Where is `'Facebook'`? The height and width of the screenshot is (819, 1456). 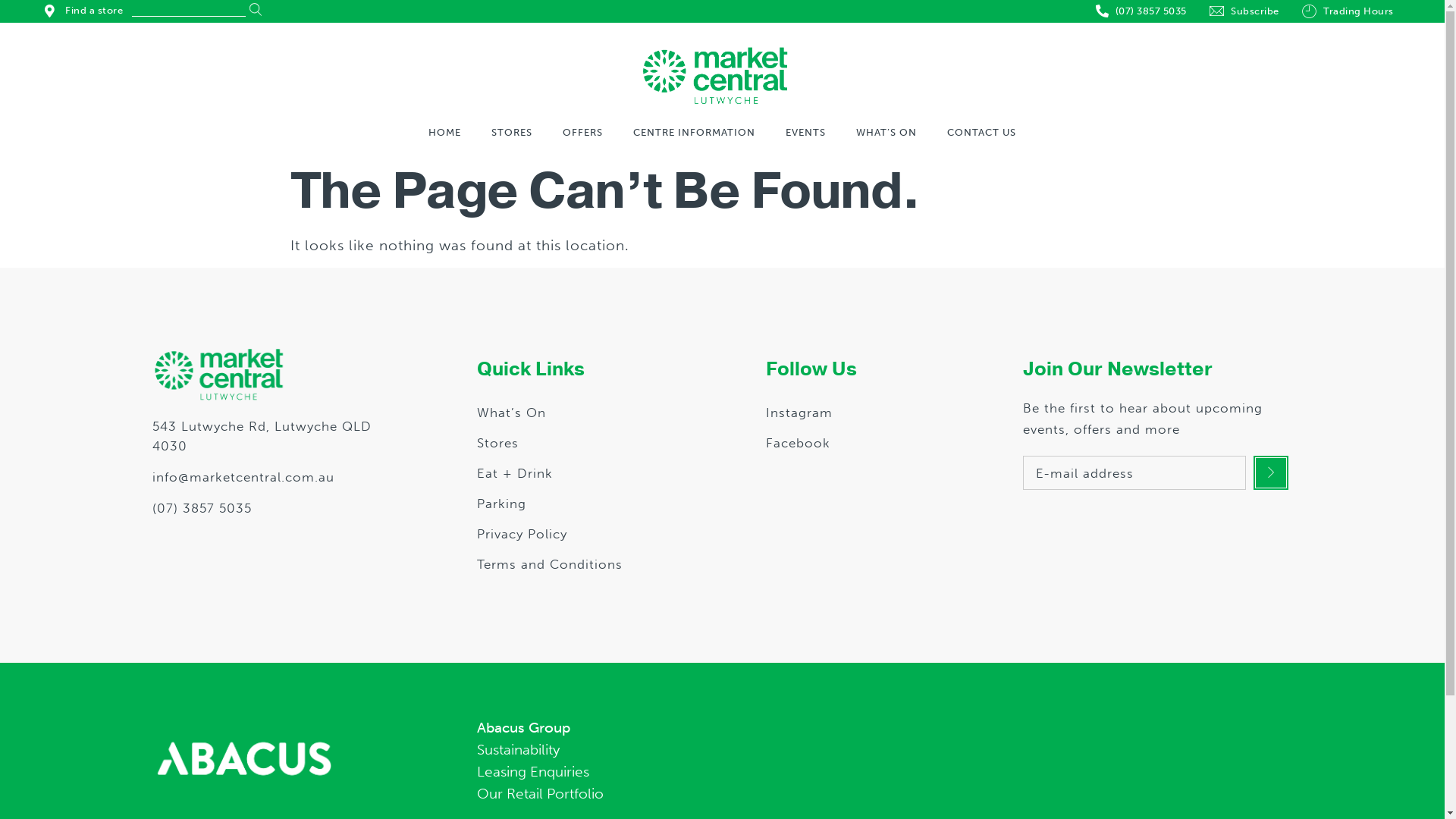
'Facebook' is located at coordinates (797, 442).